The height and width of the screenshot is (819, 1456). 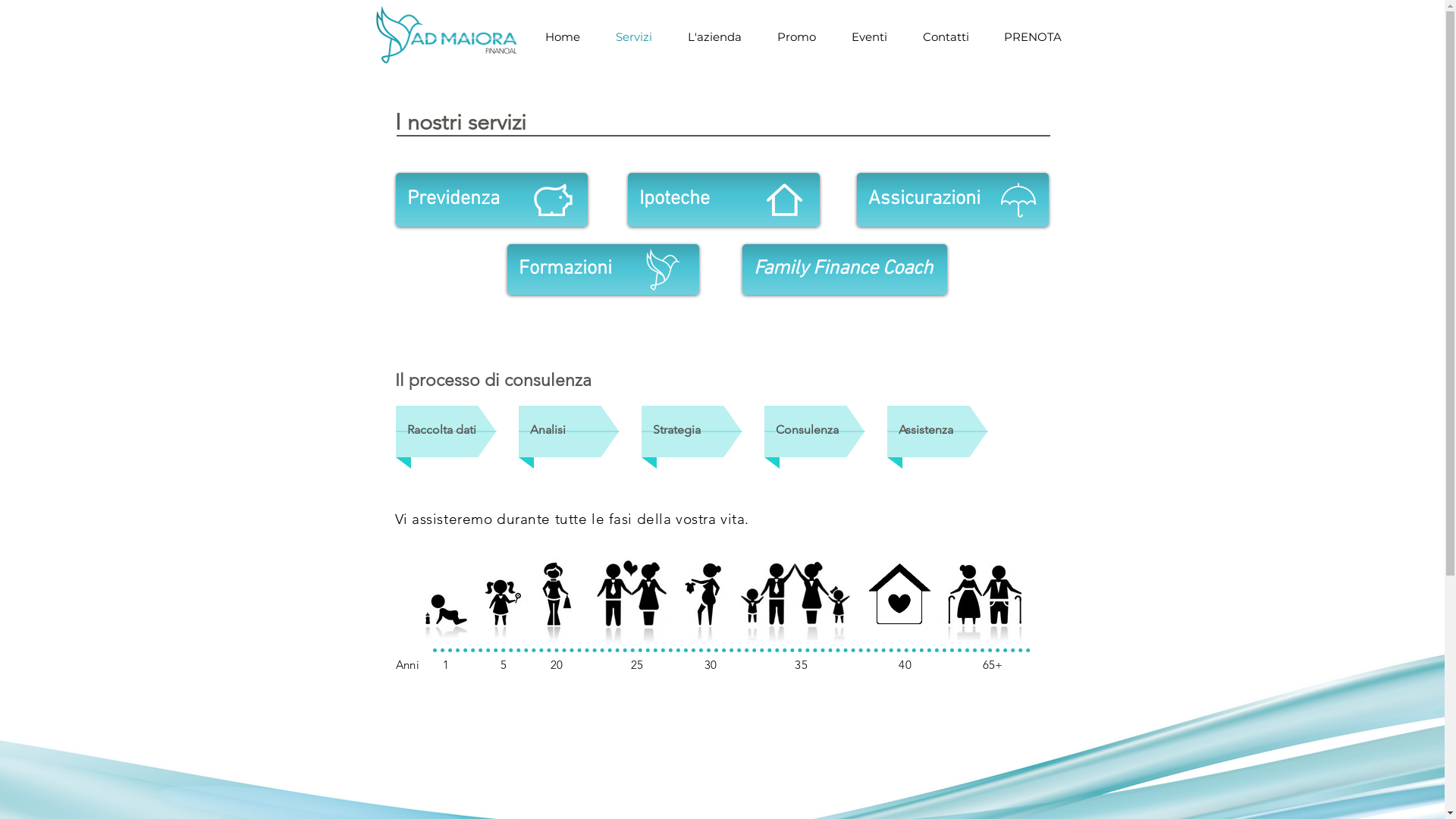 What do you see at coordinates (945, 36) in the screenshot?
I see `'Contatti'` at bounding box center [945, 36].